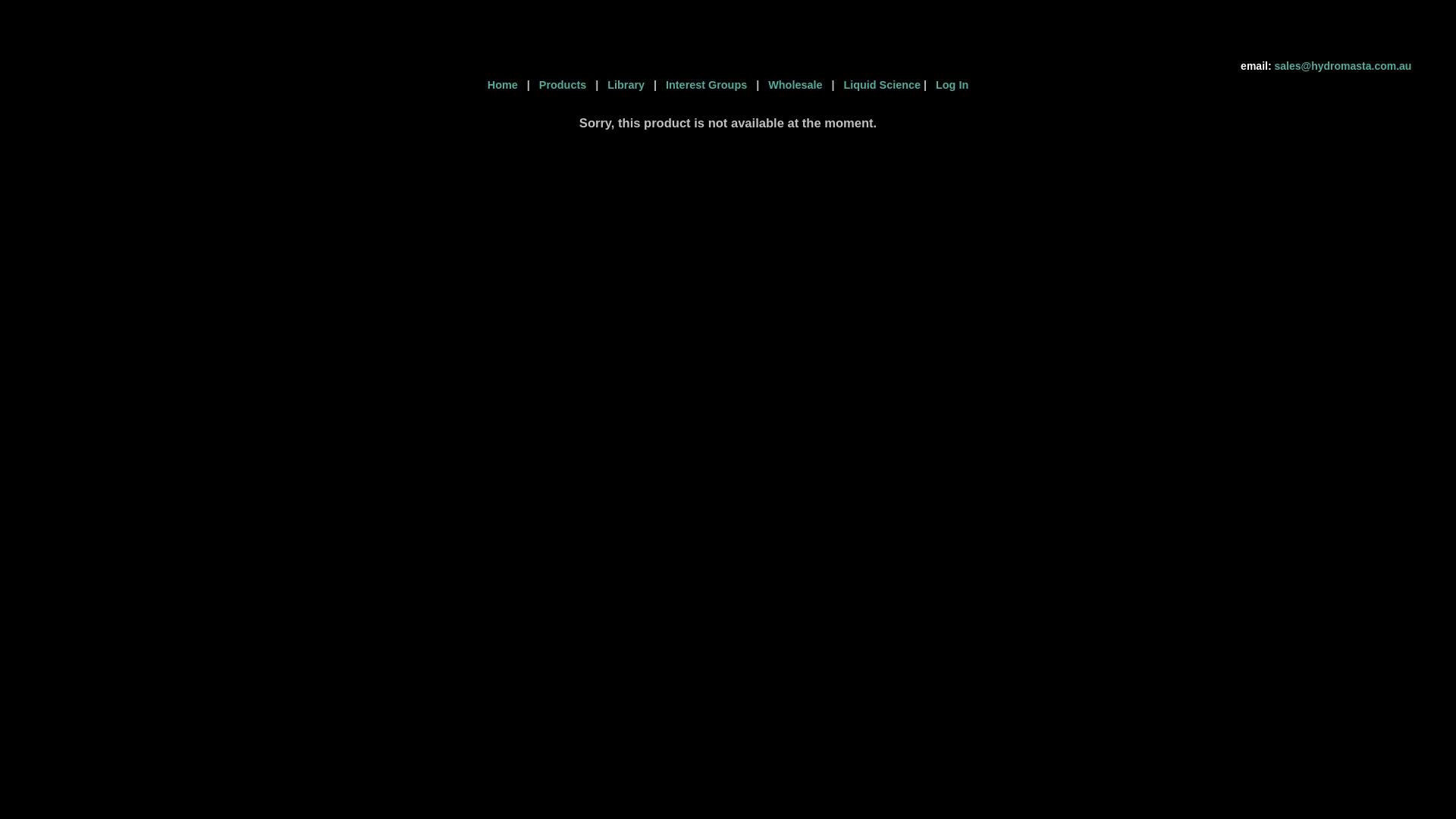 This screenshot has width=1456, height=819. I want to click on 'Home  ', so click(488, 84).